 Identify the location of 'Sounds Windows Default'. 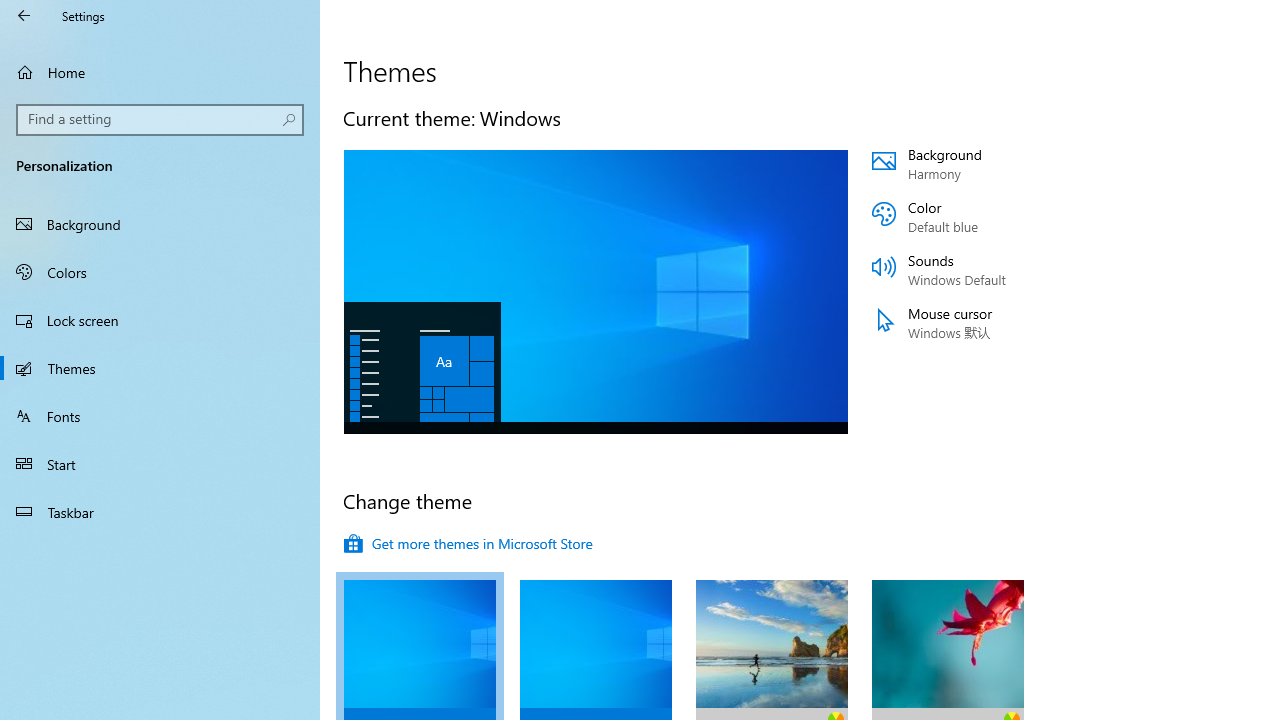
(992, 270).